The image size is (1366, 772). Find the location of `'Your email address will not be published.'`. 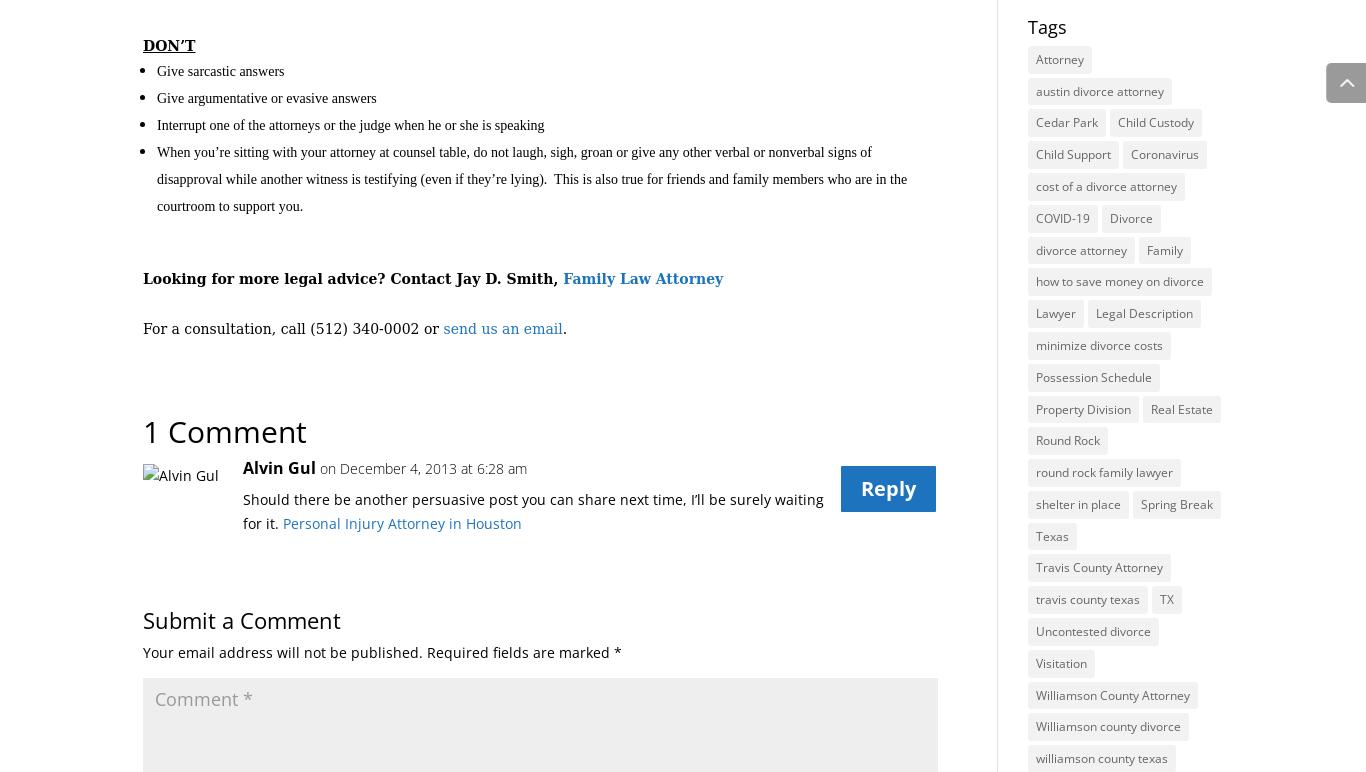

'Your email address will not be published.' is located at coordinates (283, 651).